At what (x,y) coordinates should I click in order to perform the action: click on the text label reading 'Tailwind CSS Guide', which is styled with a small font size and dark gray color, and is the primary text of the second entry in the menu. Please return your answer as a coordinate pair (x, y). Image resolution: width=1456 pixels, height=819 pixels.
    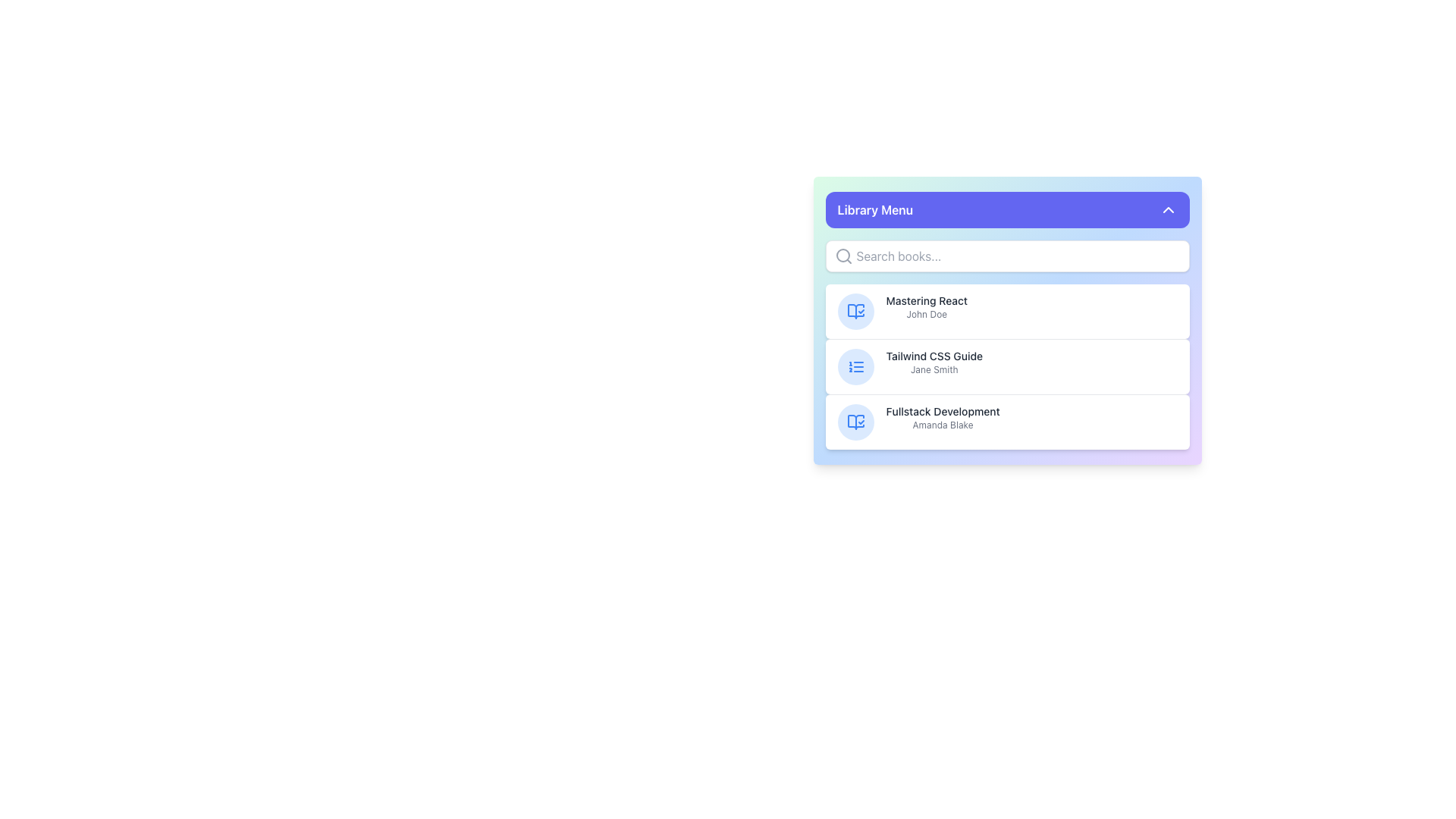
    Looking at the image, I should click on (934, 356).